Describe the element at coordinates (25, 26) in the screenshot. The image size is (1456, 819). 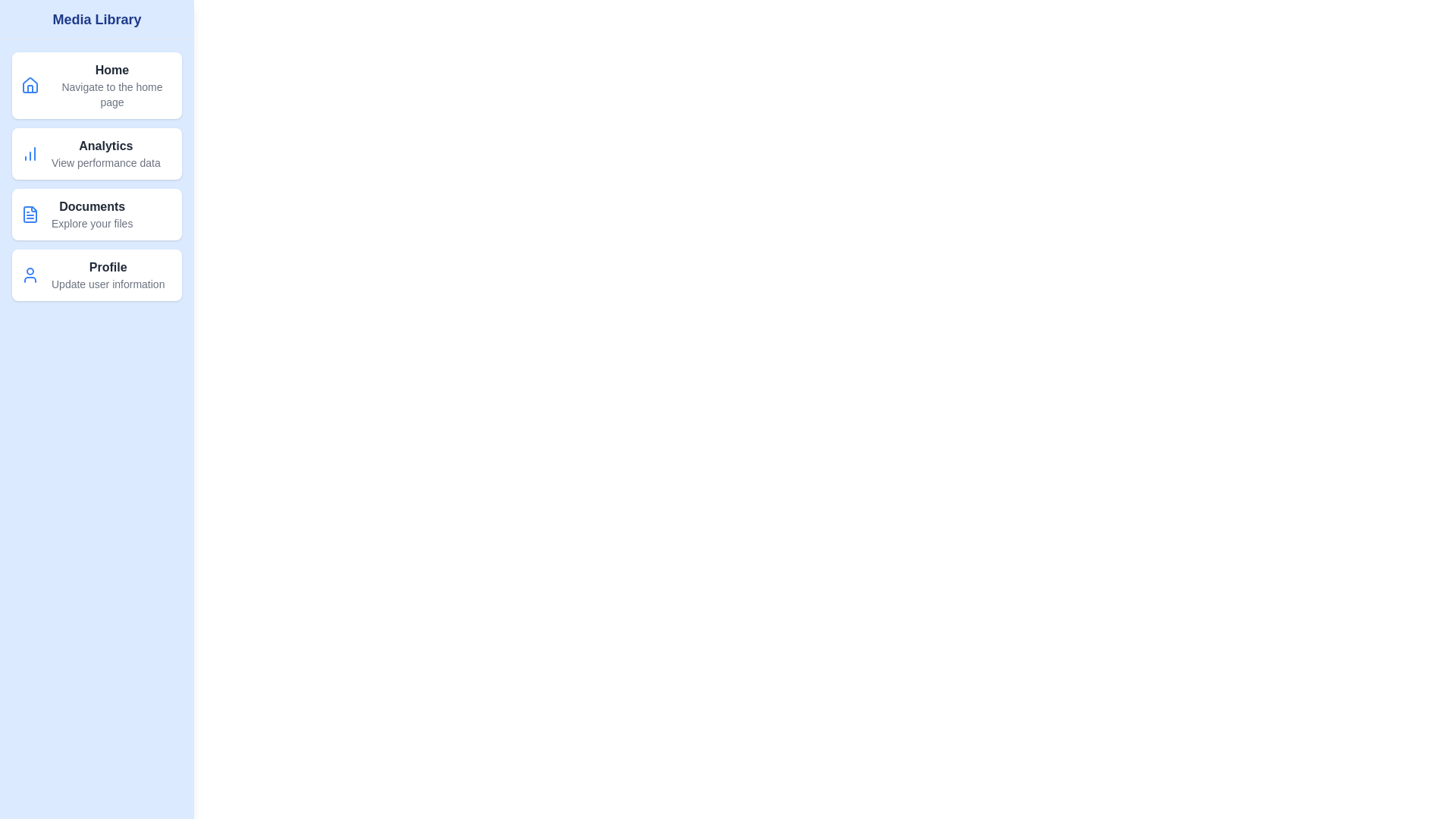
I see `toggle button to toggle the visibility of the MediaLibraryDrawer` at that location.